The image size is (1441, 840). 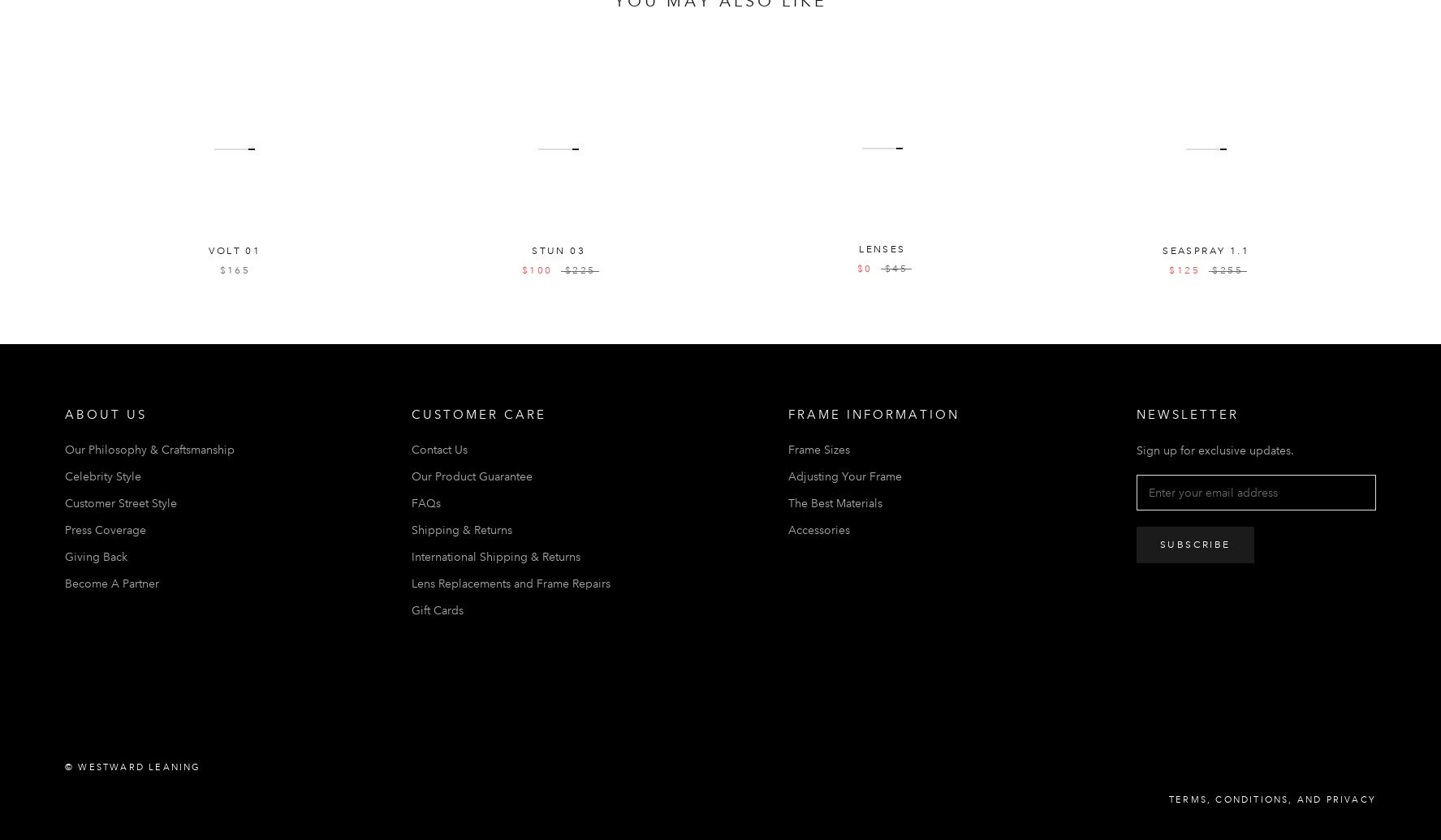 I want to click on 'Accessories', so click(x=818, y=528).